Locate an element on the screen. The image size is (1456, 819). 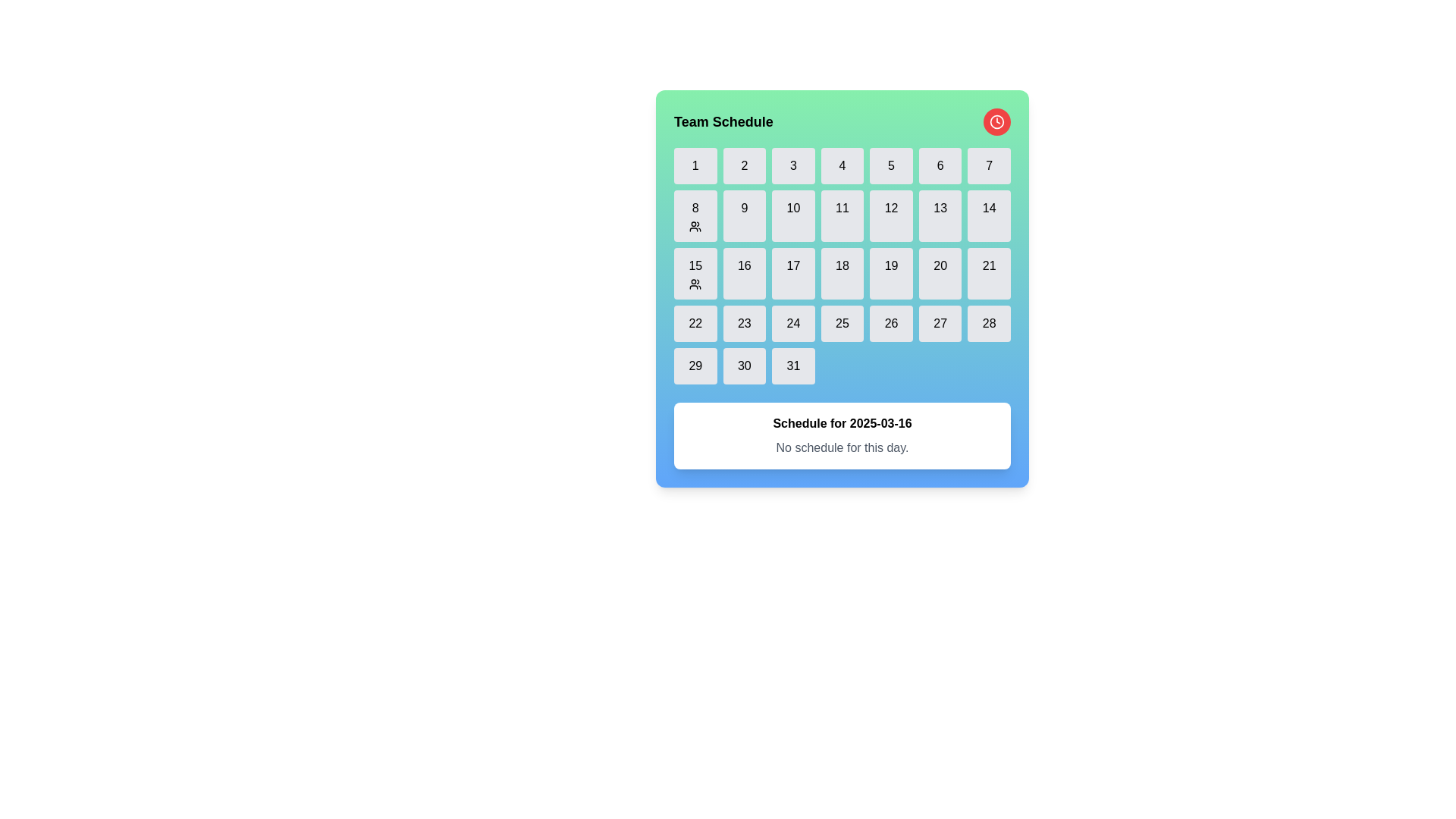
the text representing day 6 in the calendar interface is located at coordinates (939, 166).